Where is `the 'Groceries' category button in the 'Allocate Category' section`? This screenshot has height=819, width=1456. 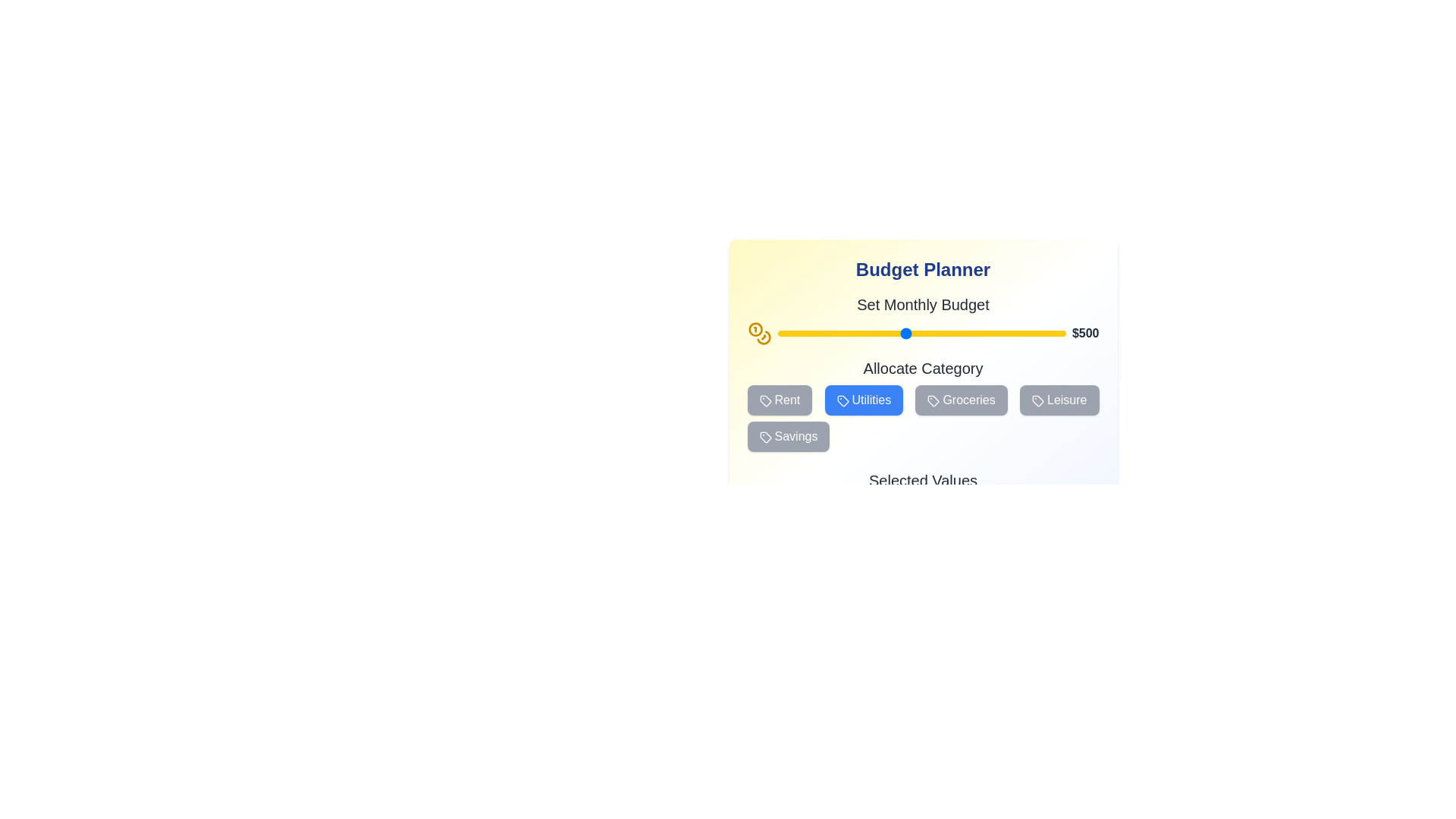 the 'Groceries' category button in the 'Allocate Category' section is located at coordinates (961, 400).